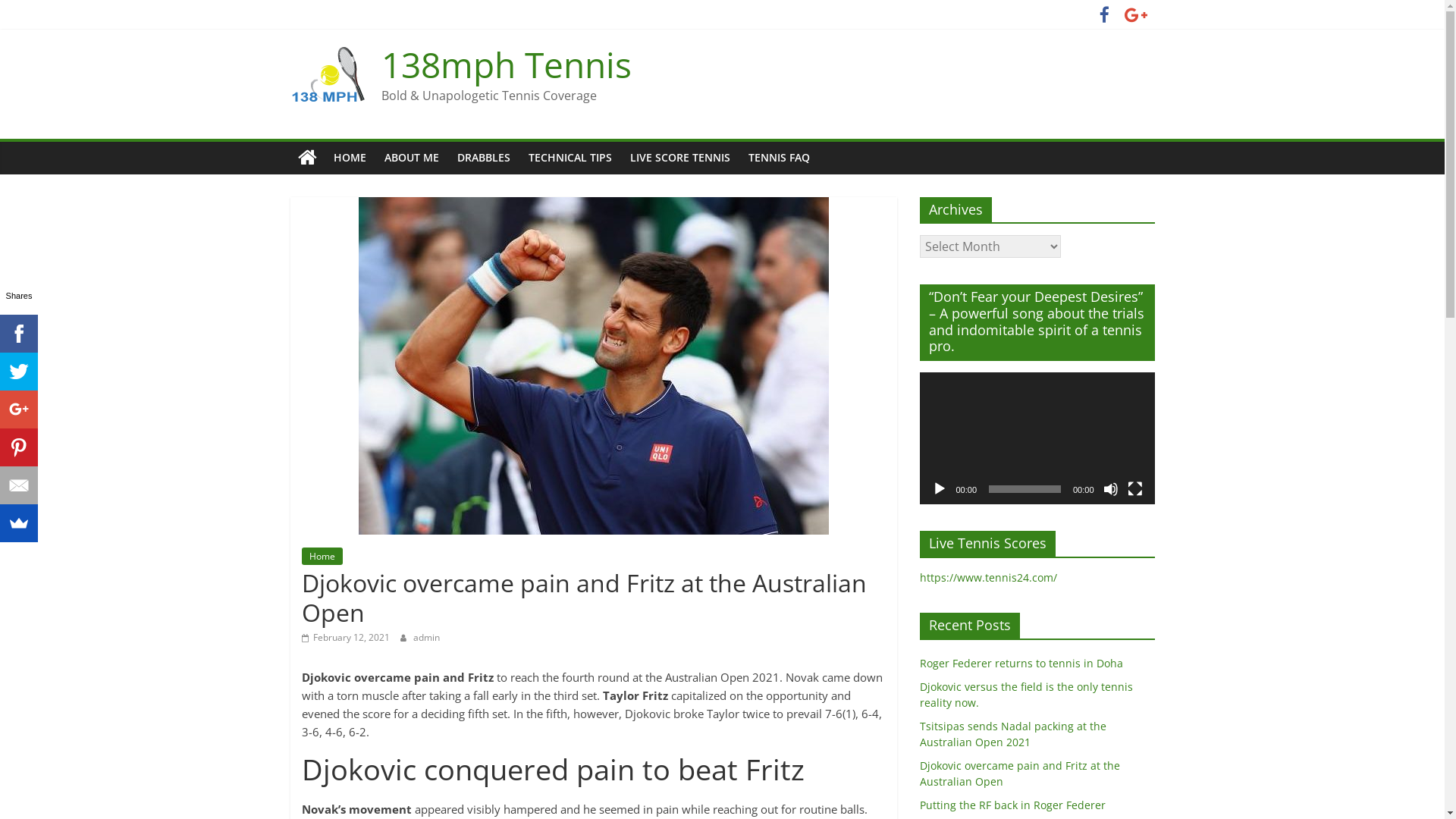 This screenshot has height=819, width=1456. I want to click on 'Play', so click(938, 488).